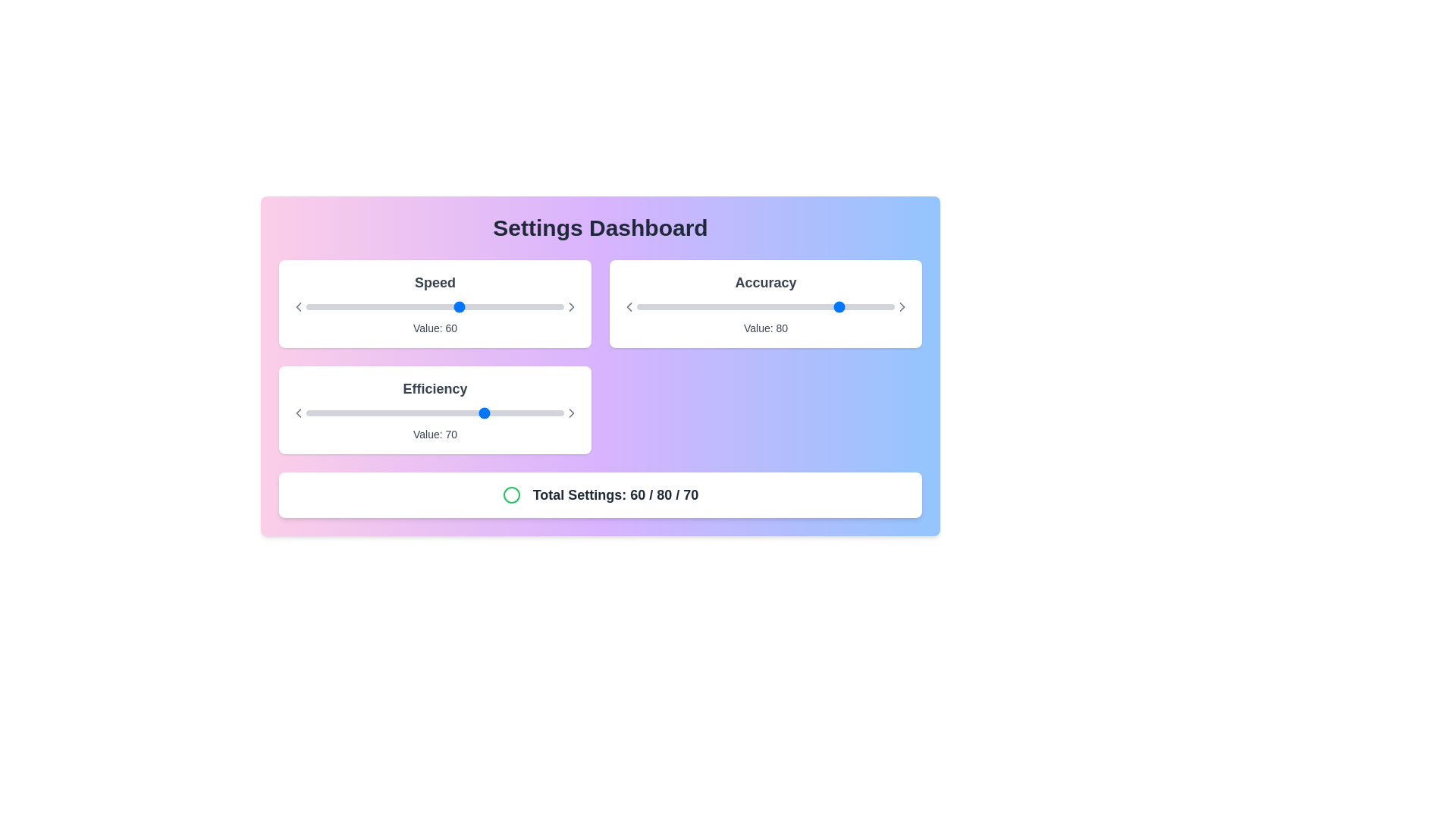 Image resolution: width=1456 pixels, height=819 pixels. I want to click on the accuracy slider, so click(877, 307).